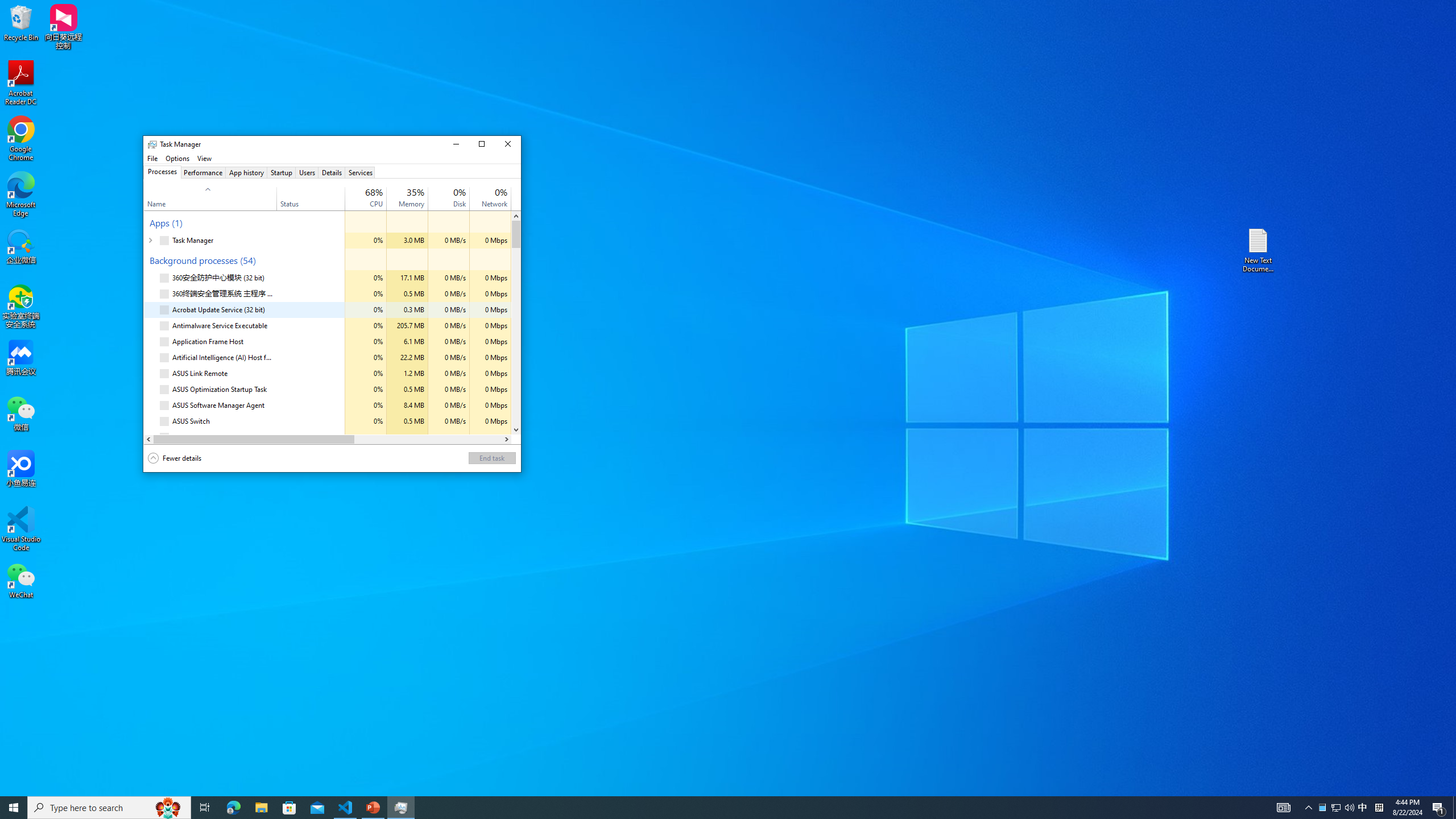 Image resolution: width=1456 pixels, height=819 pixels. Describe the element at coordinates (491, 457) in the screenshot. I see `'End task'` at that location.